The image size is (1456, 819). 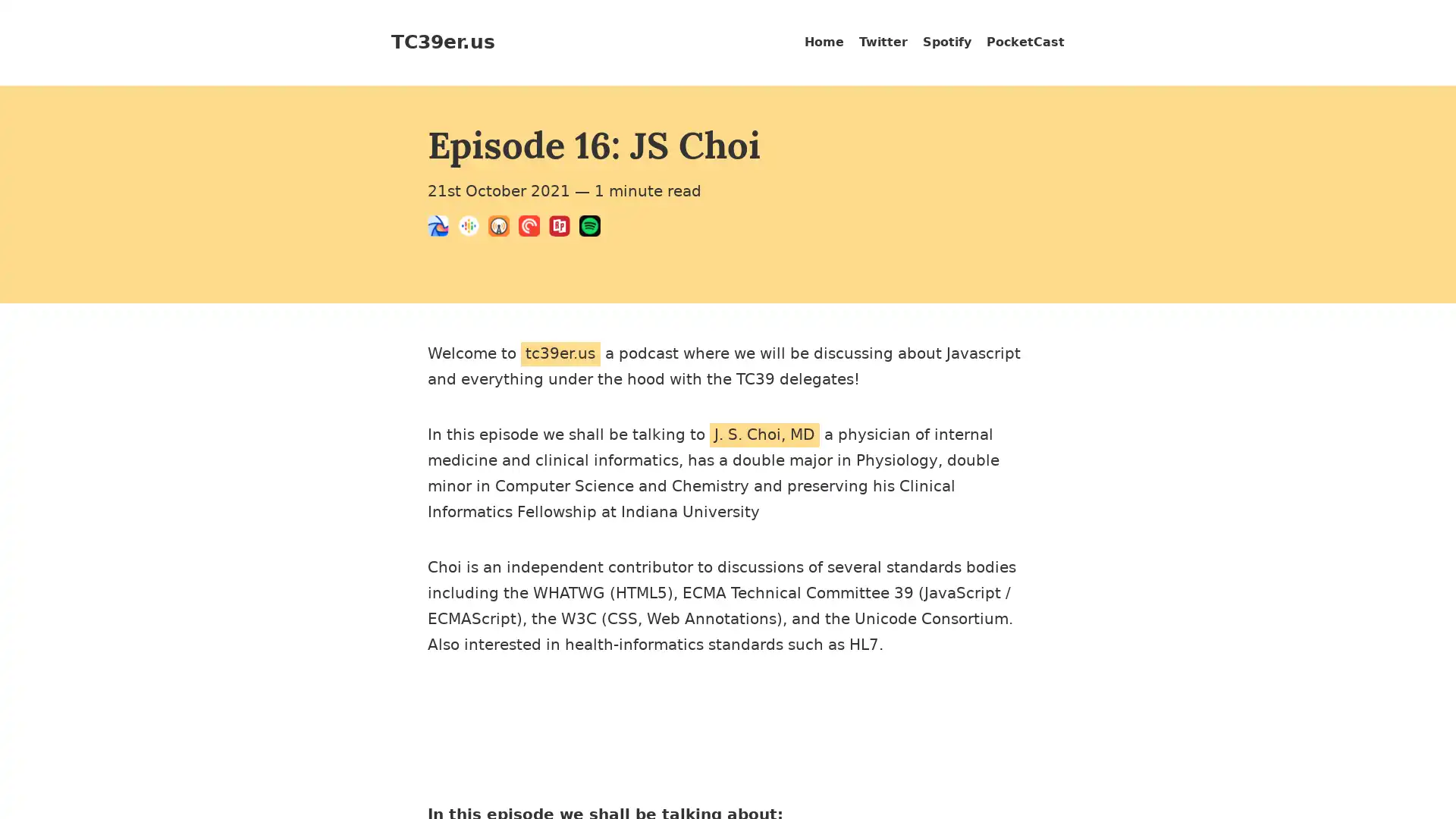 What do you see at coordinates (503, 228) in the screenshot?
I see `Overcast Logo` at bounding box center [503, 228].